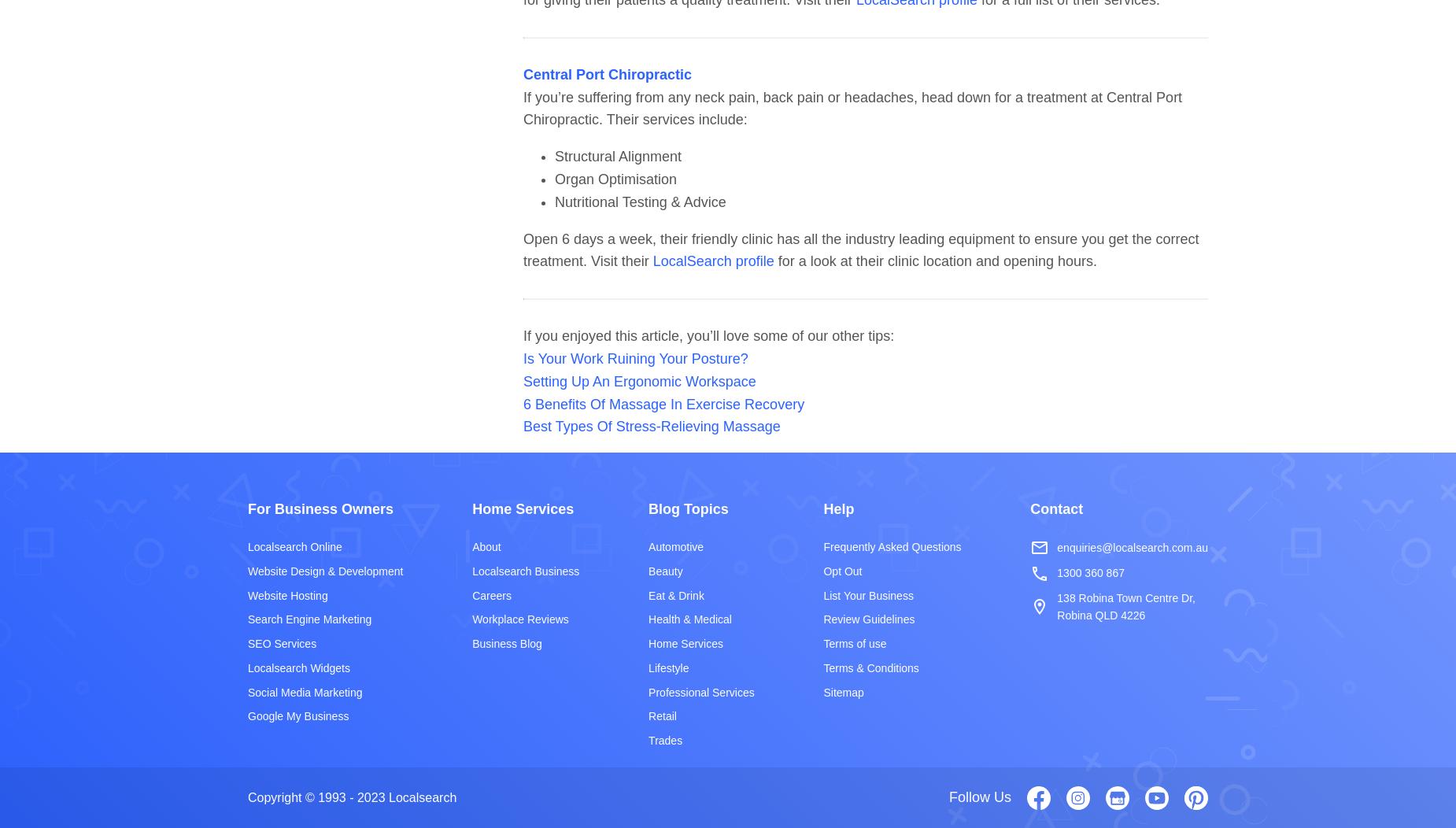  I want to click on 'November 27, 2015 - 2 min read', so click(337, 763).